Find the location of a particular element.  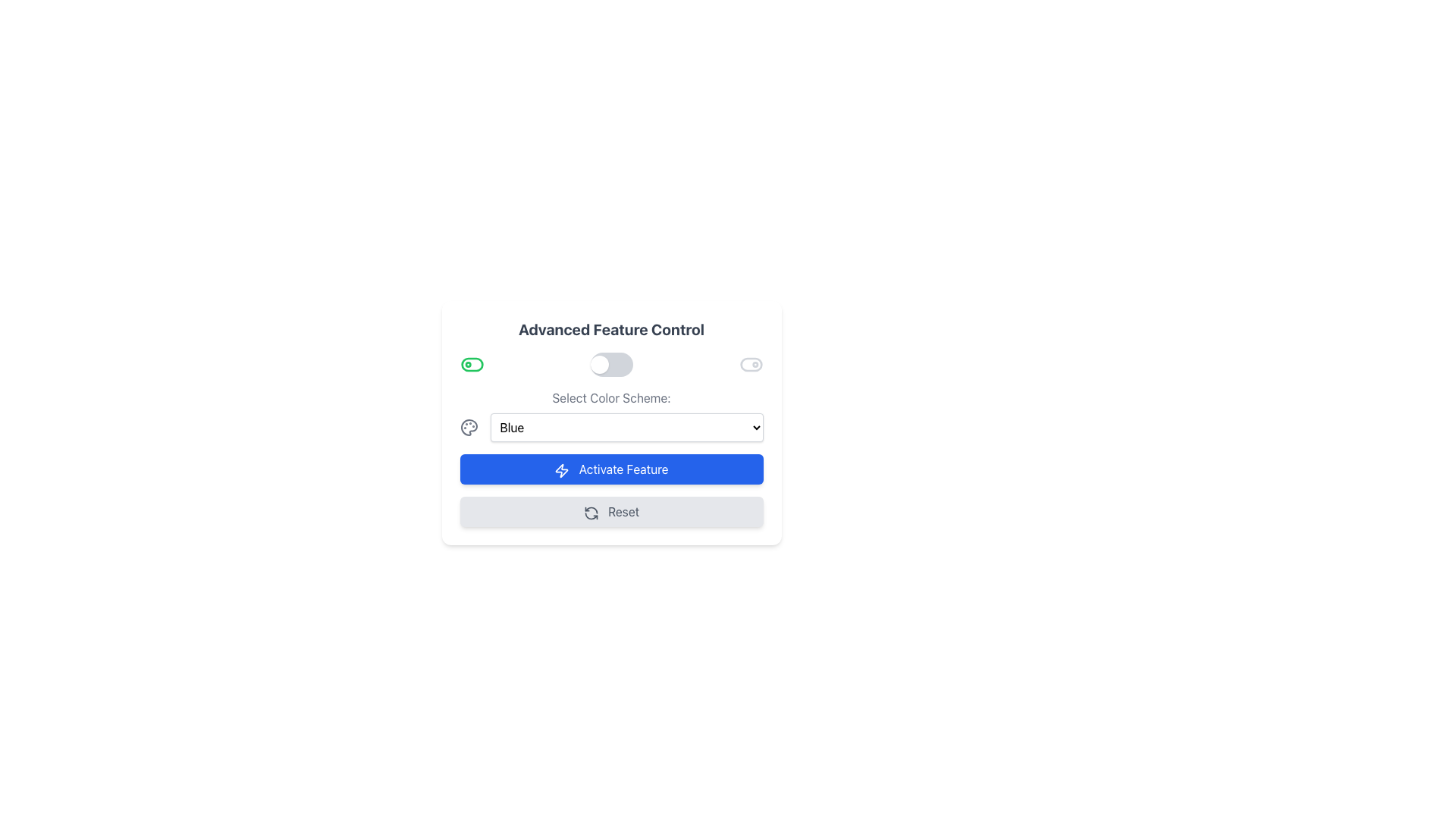

the green toggle switch with a rounded rectangular shape is located at coordinates (471, 365).